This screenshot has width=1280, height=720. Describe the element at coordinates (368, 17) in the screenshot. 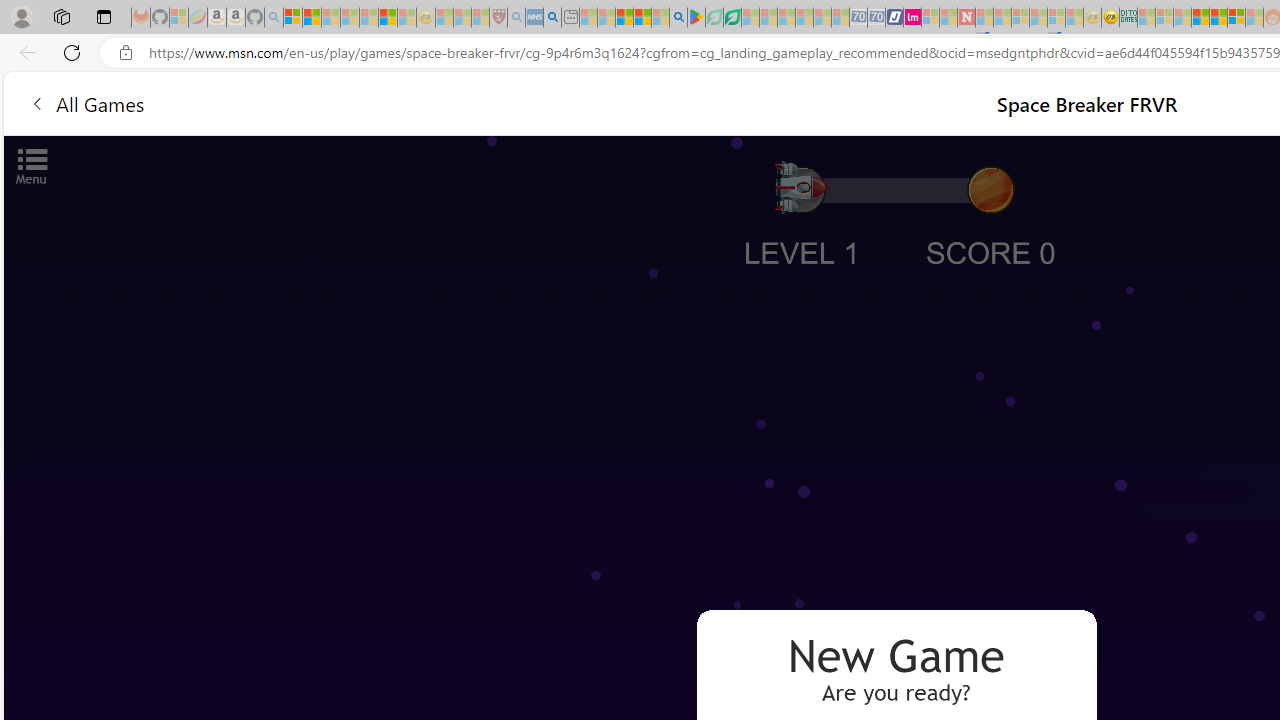

I see `'New Report Confirms 2023 Was Record Hot | Watch - Sleeping'` at that location.